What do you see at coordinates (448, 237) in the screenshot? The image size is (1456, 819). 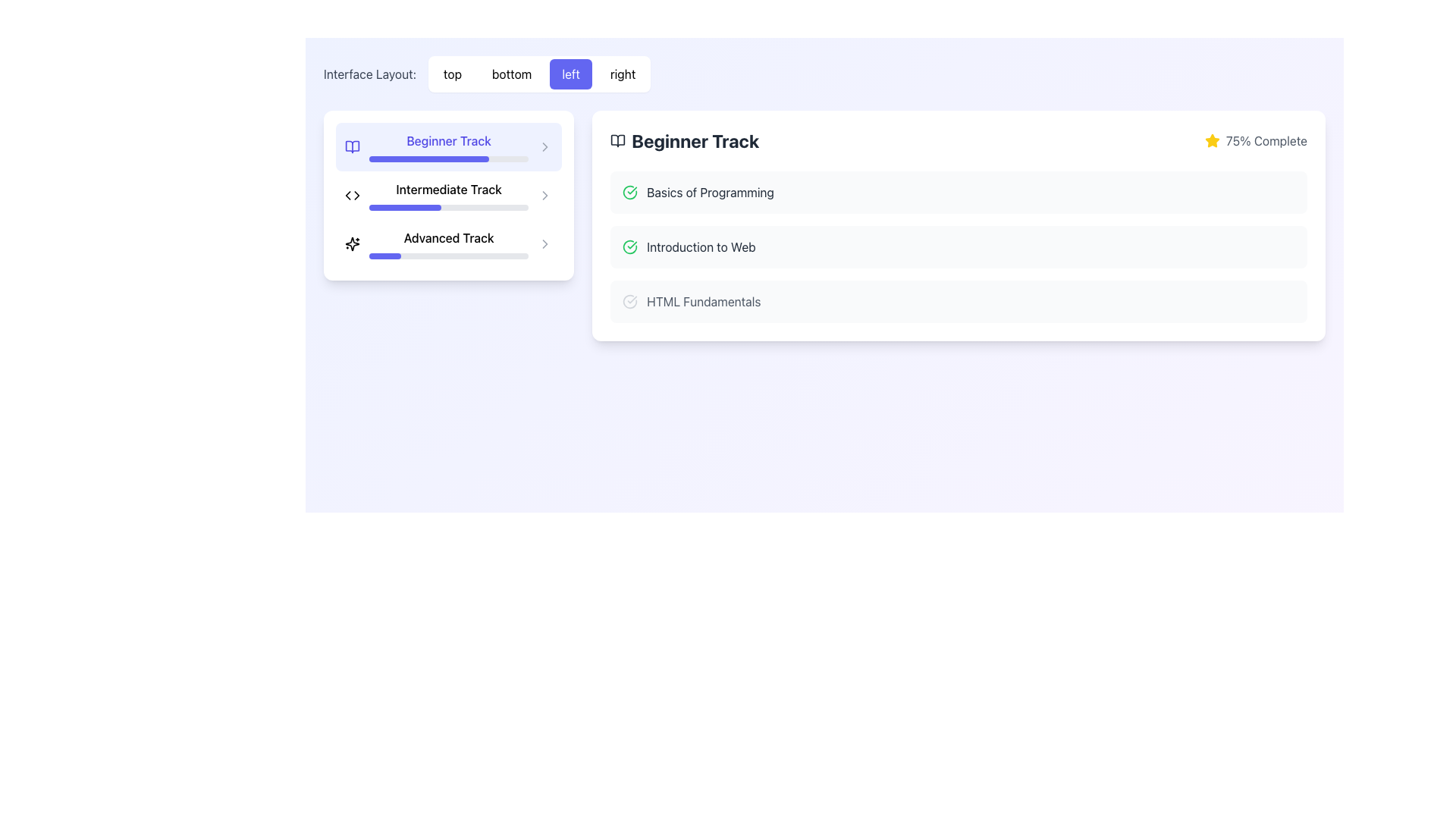 I see `the static text label that serves as a title for a track within the list of educational options` at bounding box center [448, 237].